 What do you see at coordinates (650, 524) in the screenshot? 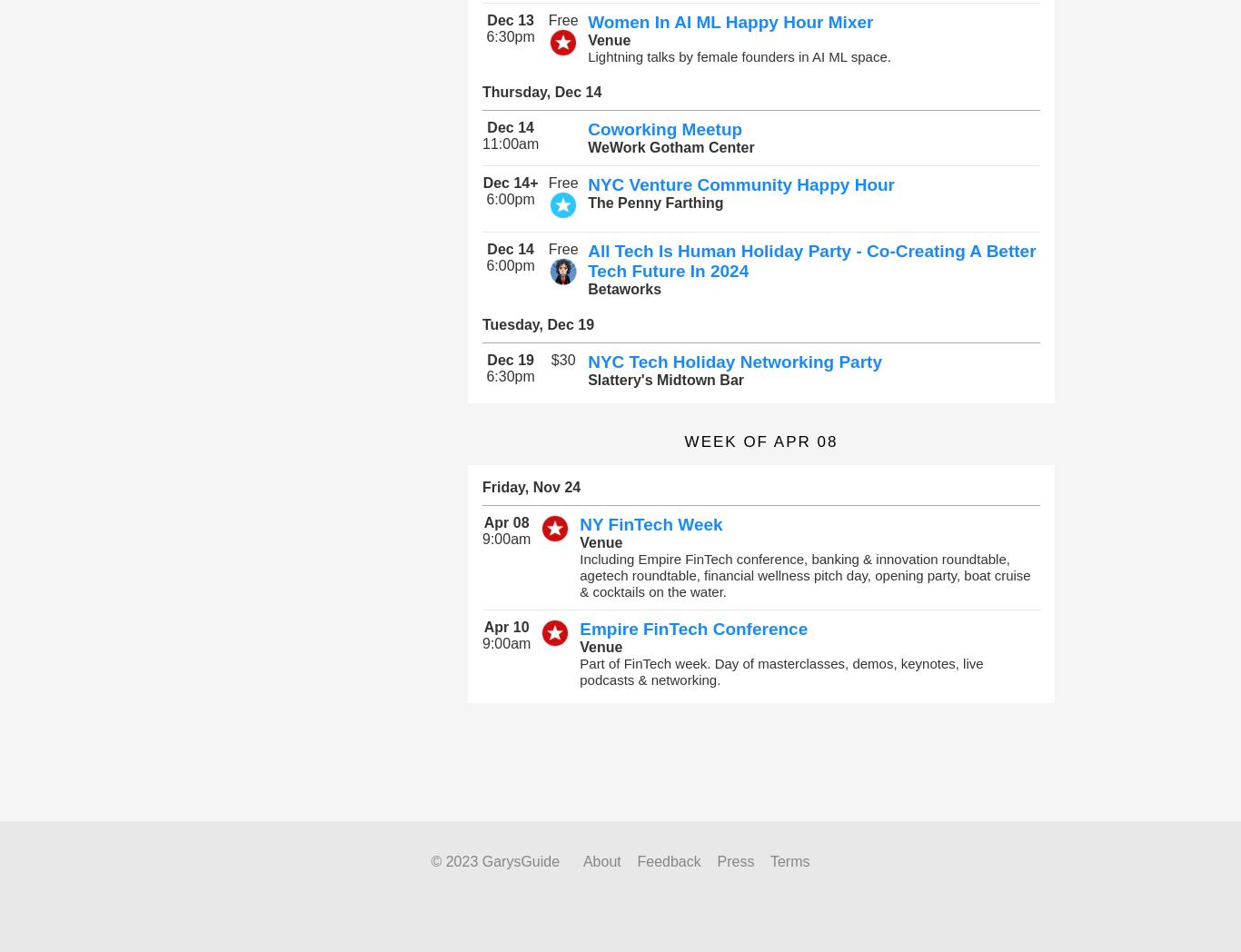
I see `'NY FinTech Week'` at bounding box center [650, 524].